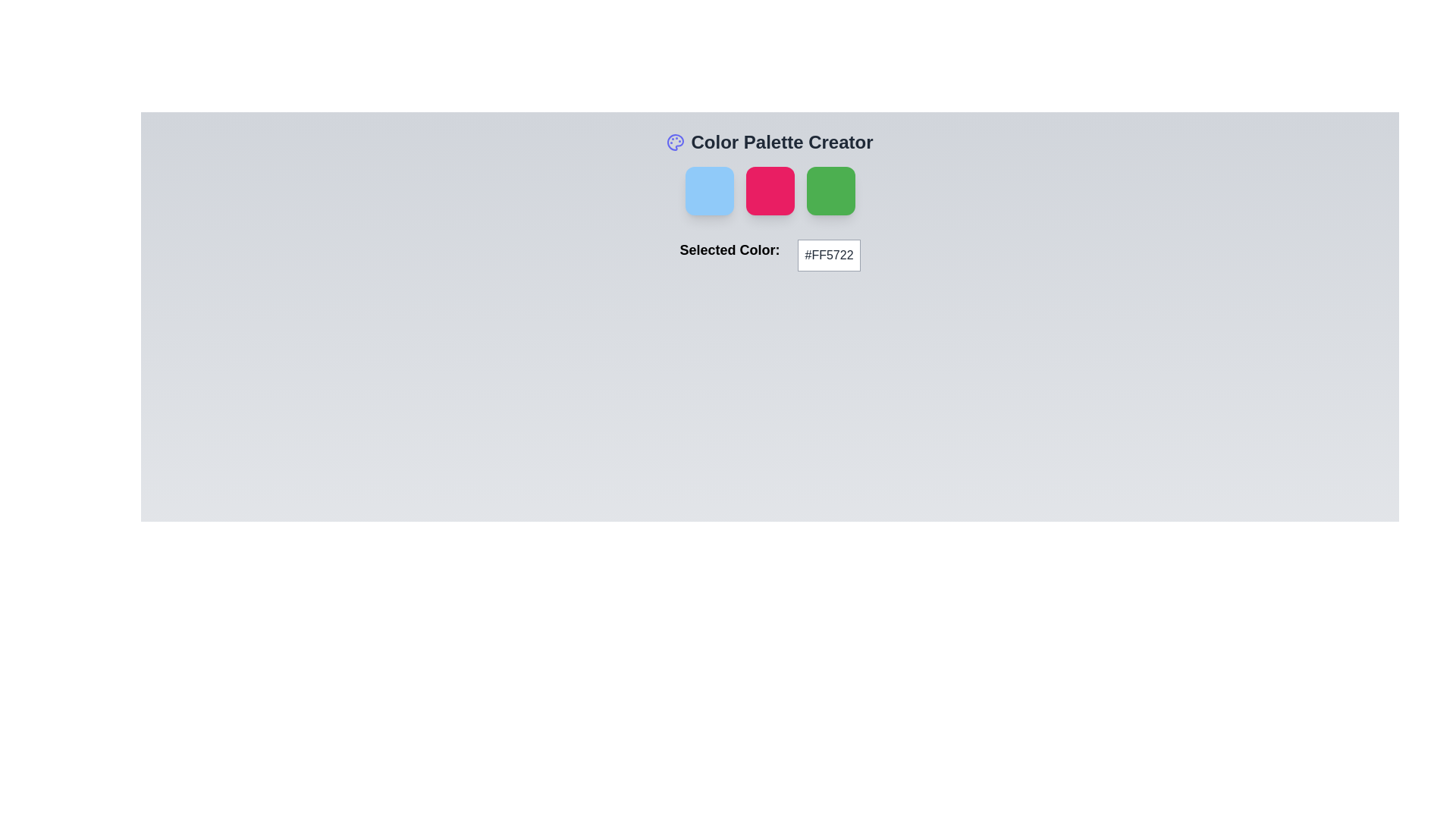  What do you see at coordinates (675, 143) in the screenshot?
I see `the Decorative SVG graphic that visually represents the color palette creation functionality, located in the top-left region of the interface above the color selection area, adjacent to the title text 'Color Palette Creator'` at bounding box center [675, 143].